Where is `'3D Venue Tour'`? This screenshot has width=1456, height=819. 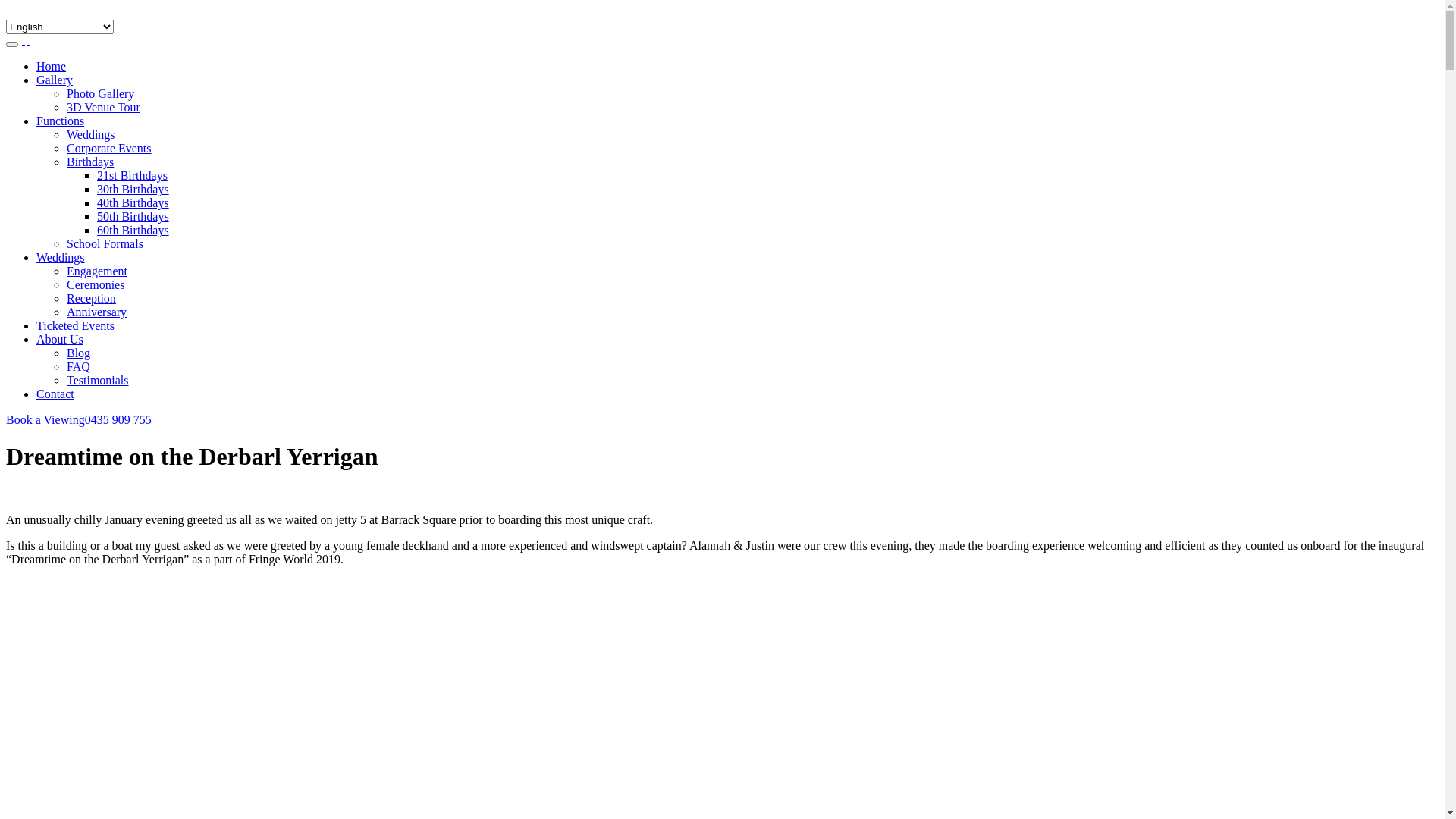
'3D Venue Tour' is located at coordinates (102, 106).